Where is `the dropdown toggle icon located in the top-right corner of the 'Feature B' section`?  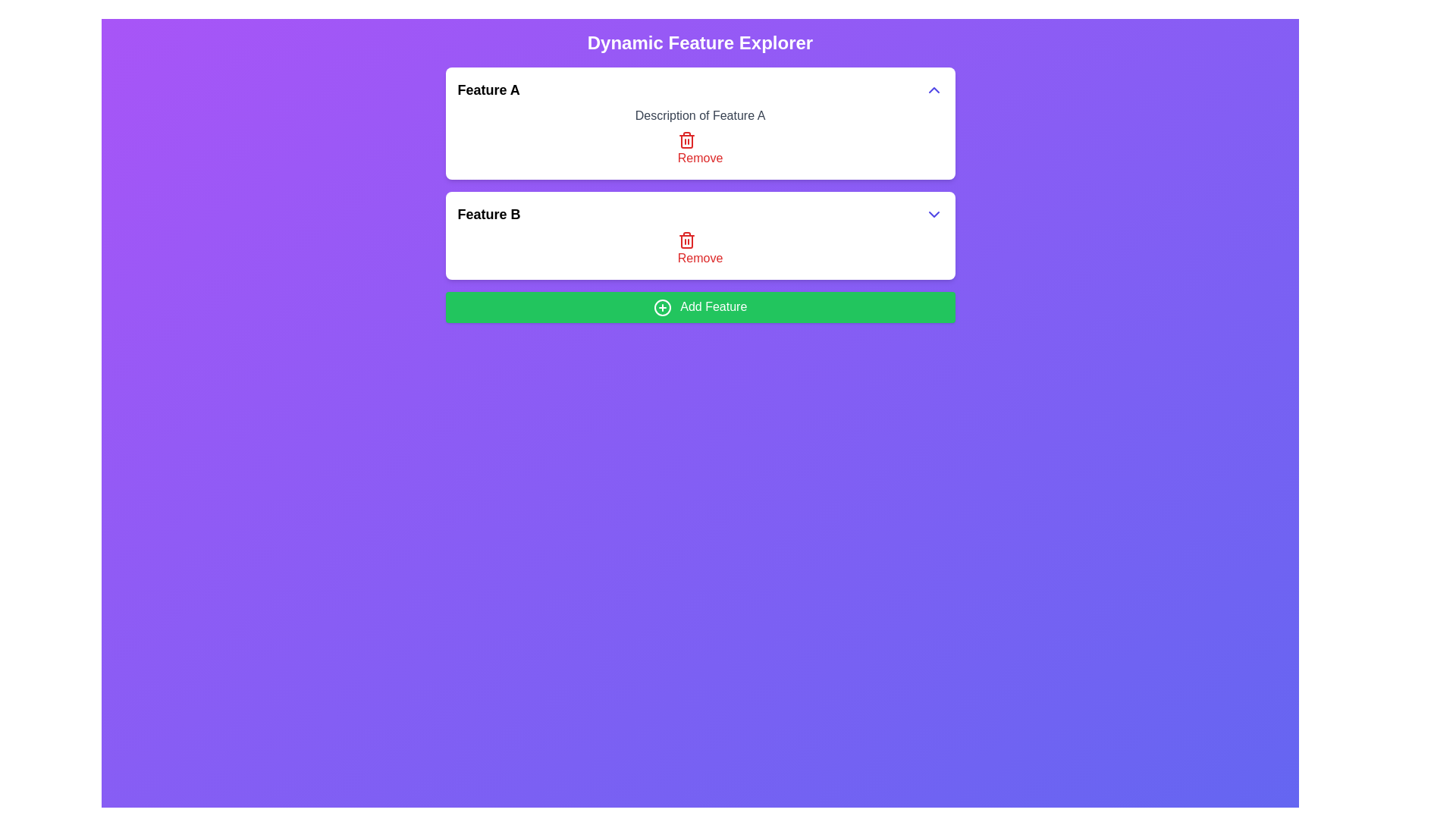
the dropdown toggle icon located in the top-right corner of the 'Feature B' section is located at coordinates (933, 214).